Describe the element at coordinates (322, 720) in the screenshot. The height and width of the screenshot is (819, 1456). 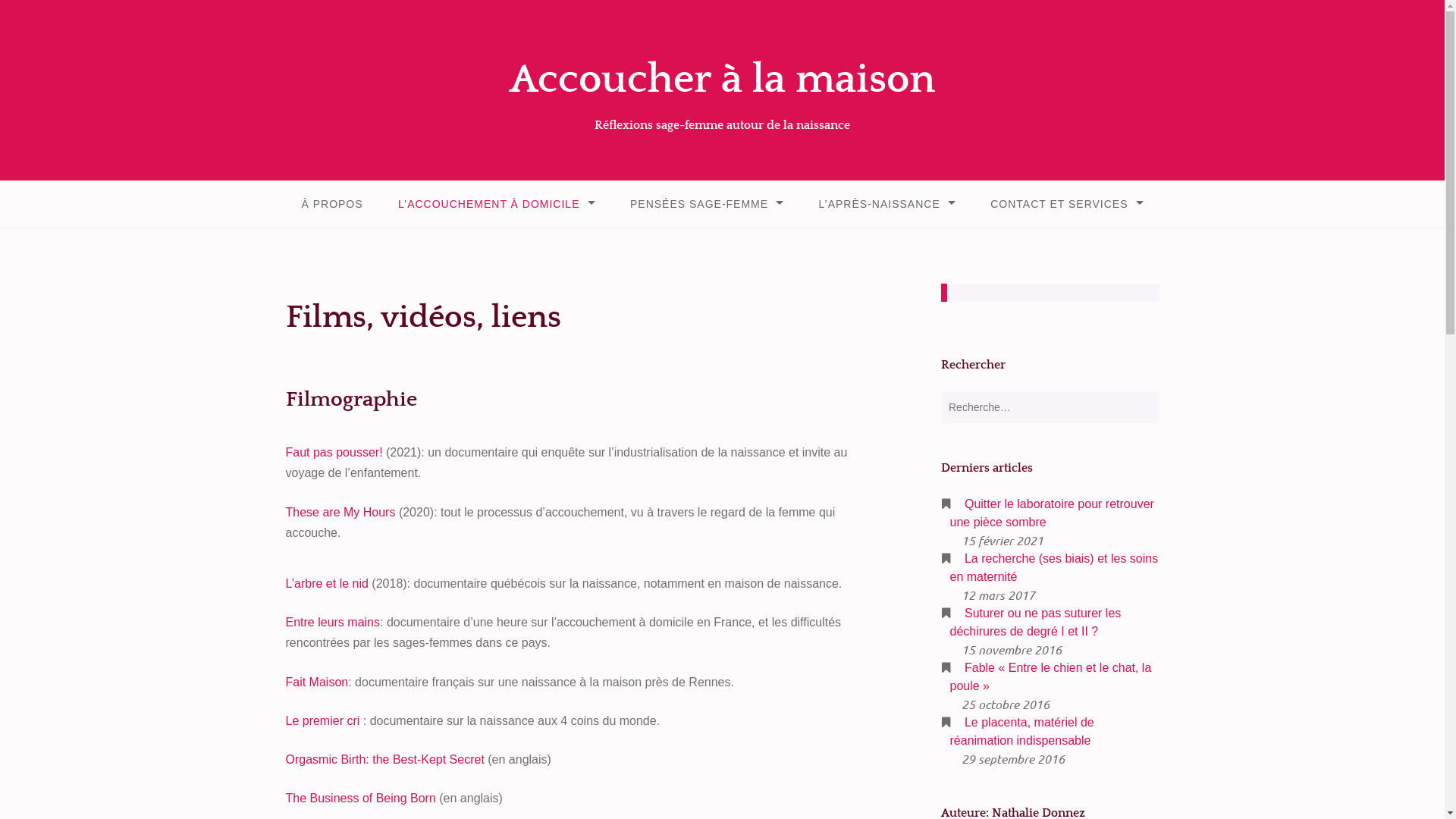
I see `'Le premier cri'` at that location.